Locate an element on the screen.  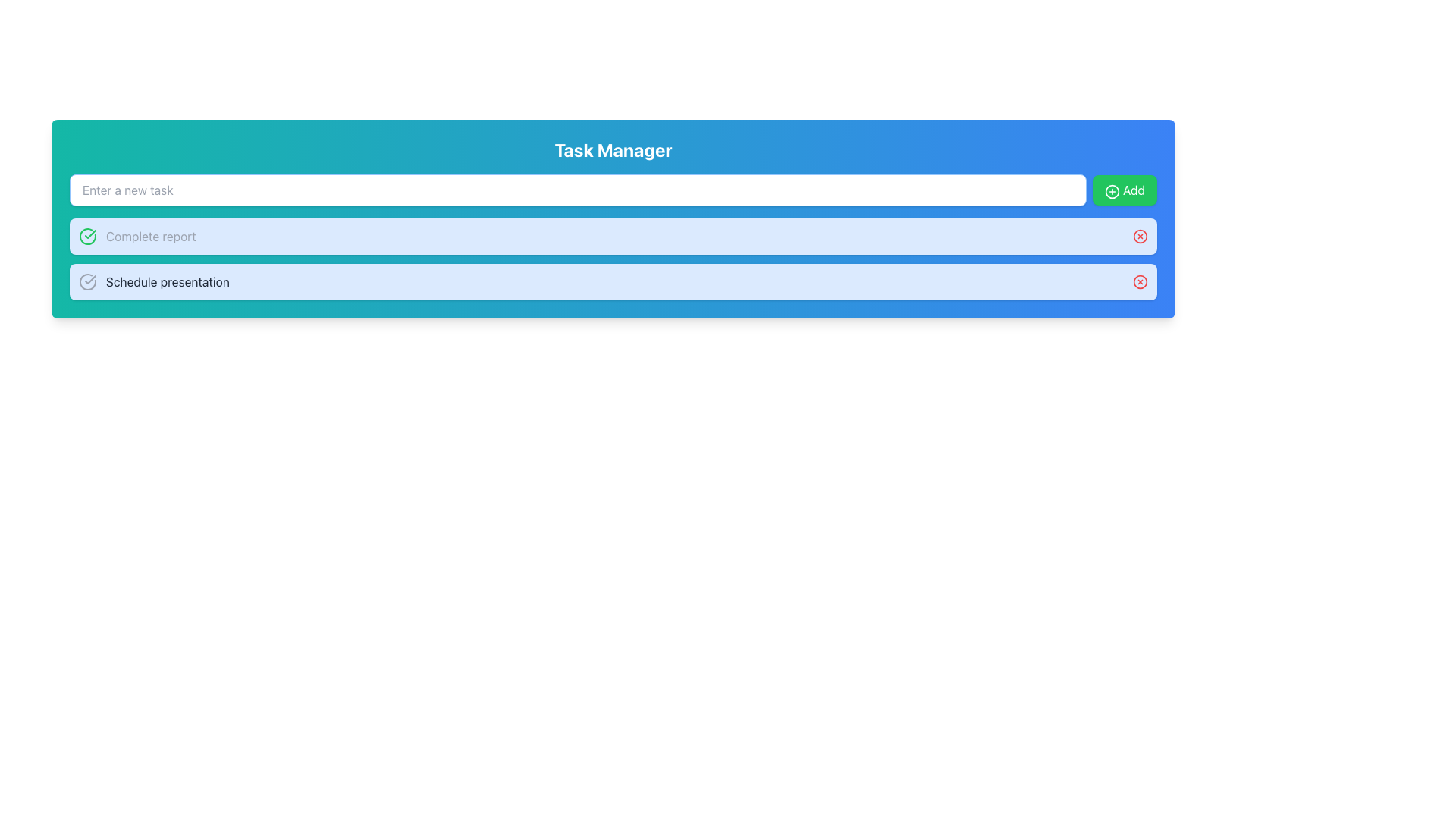
the circular graphic with an arc shape located to the left of the text 'Schedule presentation' in the second row of the task list is located at coordinates (86, 281).